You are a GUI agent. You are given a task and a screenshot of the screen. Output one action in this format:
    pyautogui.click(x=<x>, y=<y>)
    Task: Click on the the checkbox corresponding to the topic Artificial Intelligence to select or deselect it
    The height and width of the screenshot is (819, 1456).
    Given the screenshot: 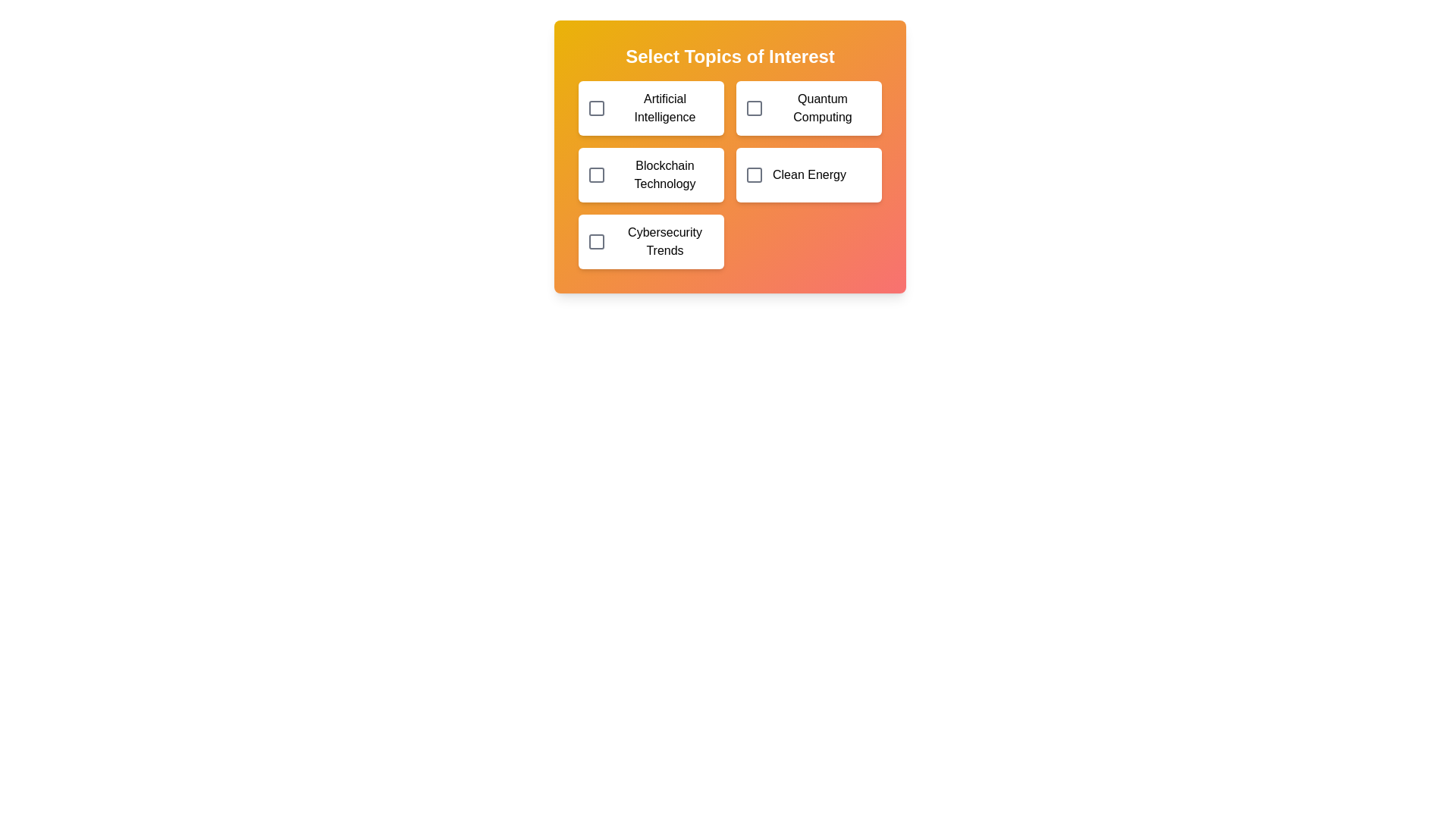 What is the action you would take?
    pyautogui.click(x=596, y=107)
    